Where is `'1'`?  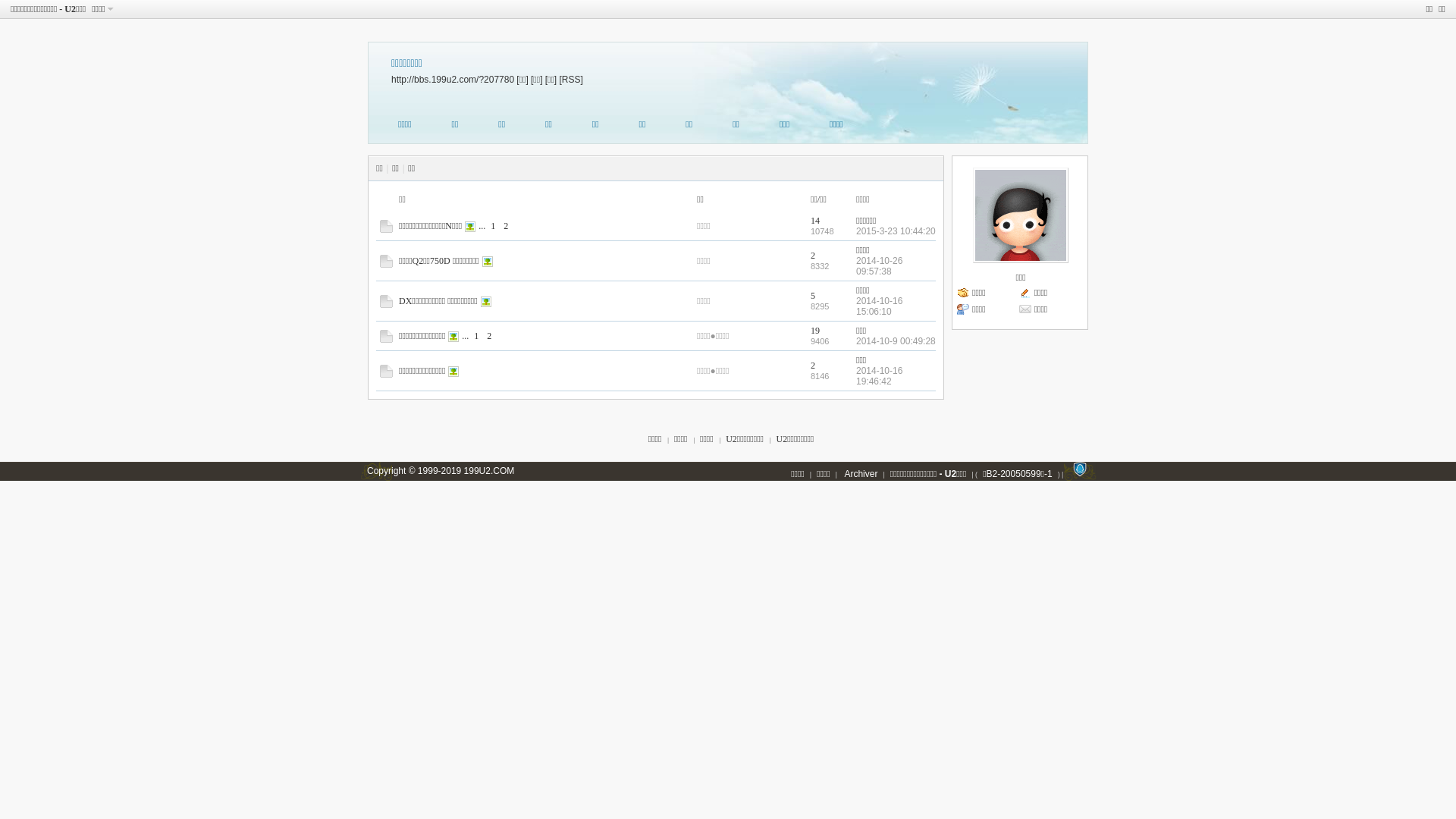 '1' is located at coordinates (475, 335).